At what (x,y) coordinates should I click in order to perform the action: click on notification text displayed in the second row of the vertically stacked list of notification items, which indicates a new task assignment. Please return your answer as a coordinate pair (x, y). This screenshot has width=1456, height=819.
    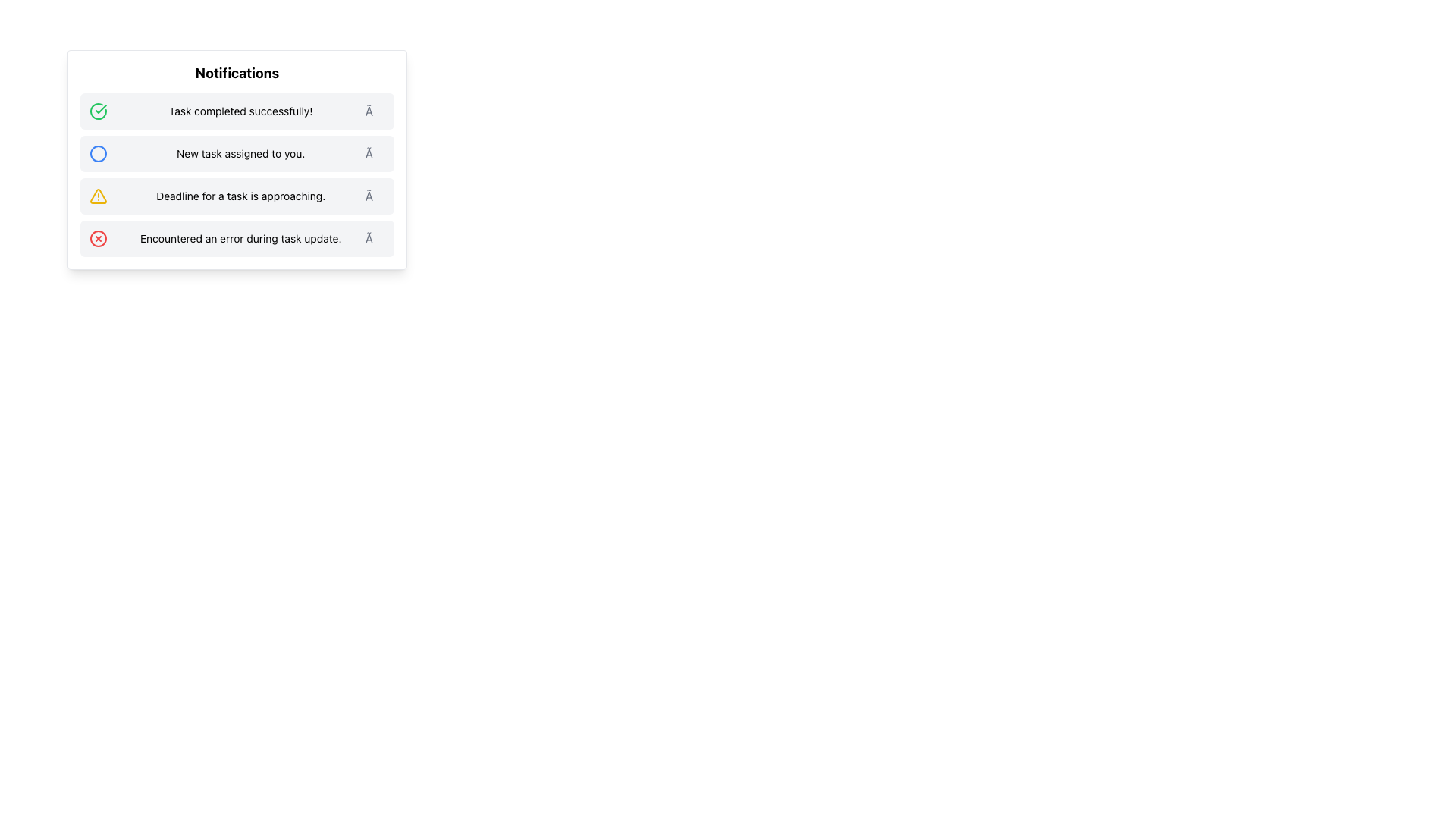
    Looking at the image, I should click on (240, 154).